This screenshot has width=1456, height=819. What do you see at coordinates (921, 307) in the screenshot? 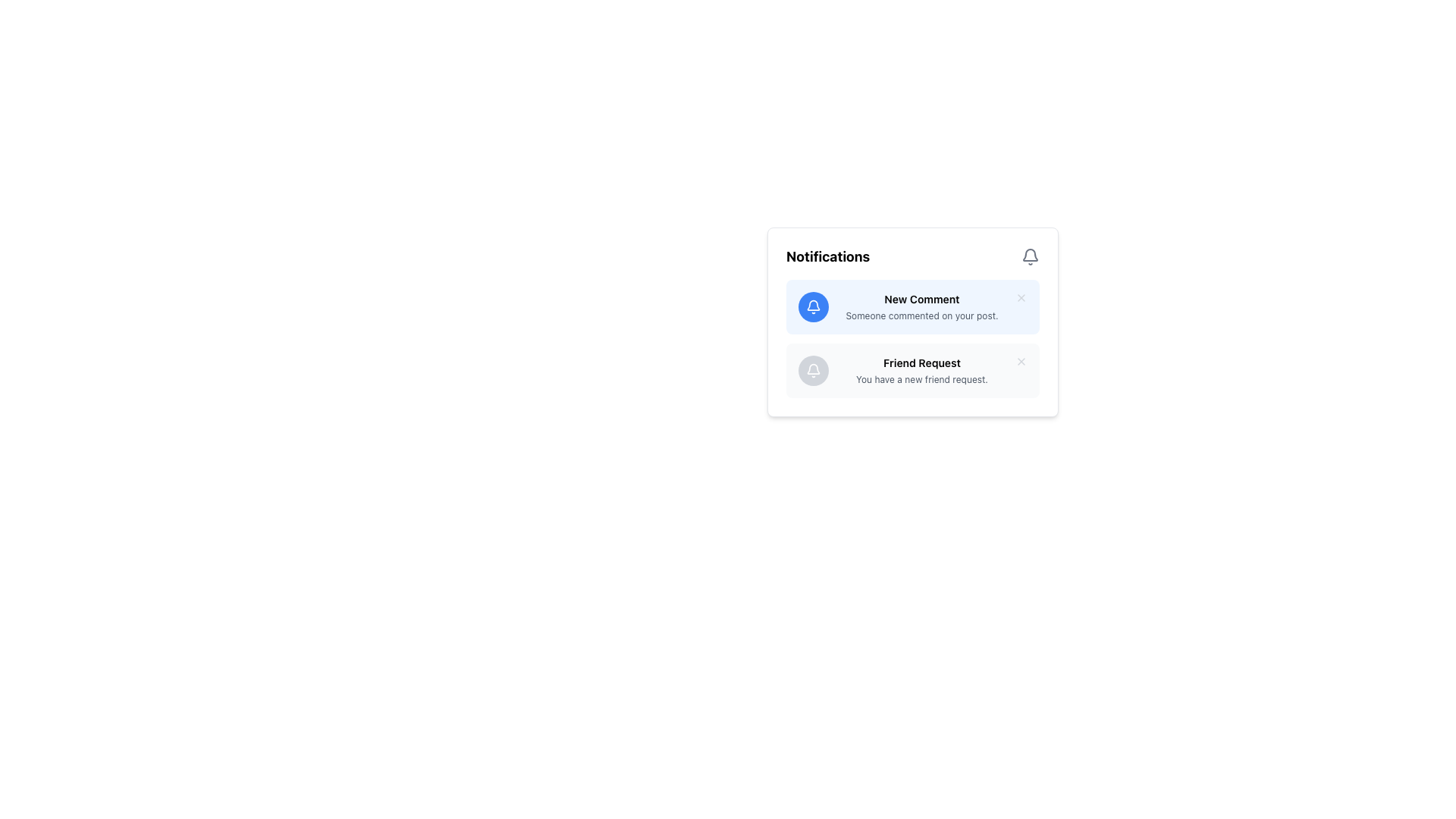
I see `the 'New Comment' notification item, which features a bold headline and smaller text inside a light blue rounded rectangle` at bounding box center [921, 307].